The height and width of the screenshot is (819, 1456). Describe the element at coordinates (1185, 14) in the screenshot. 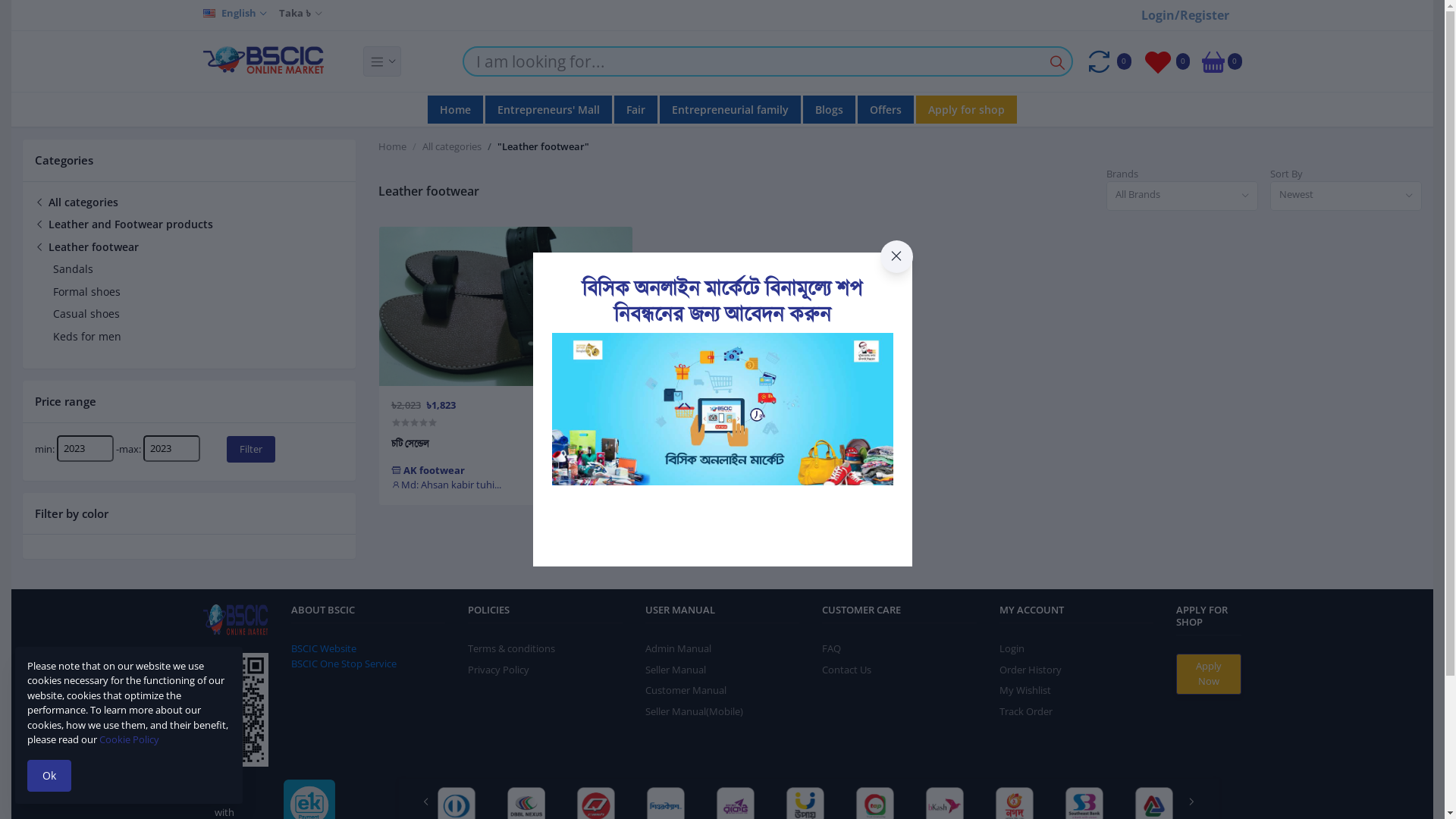

I see `'Login/Register'` at that location.